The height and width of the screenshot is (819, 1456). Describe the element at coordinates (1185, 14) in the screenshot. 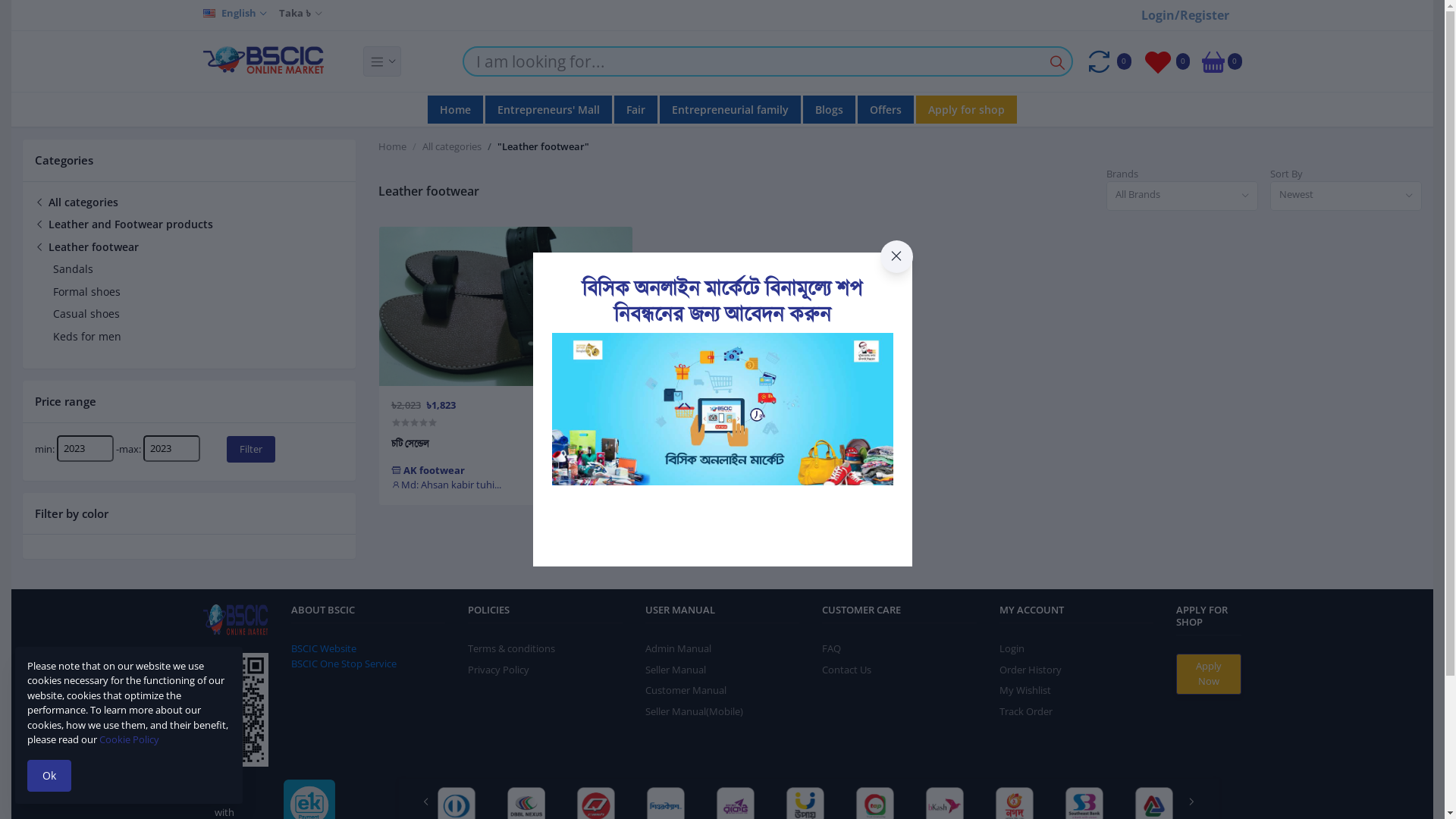

I see `'Login/Register'` at that location.